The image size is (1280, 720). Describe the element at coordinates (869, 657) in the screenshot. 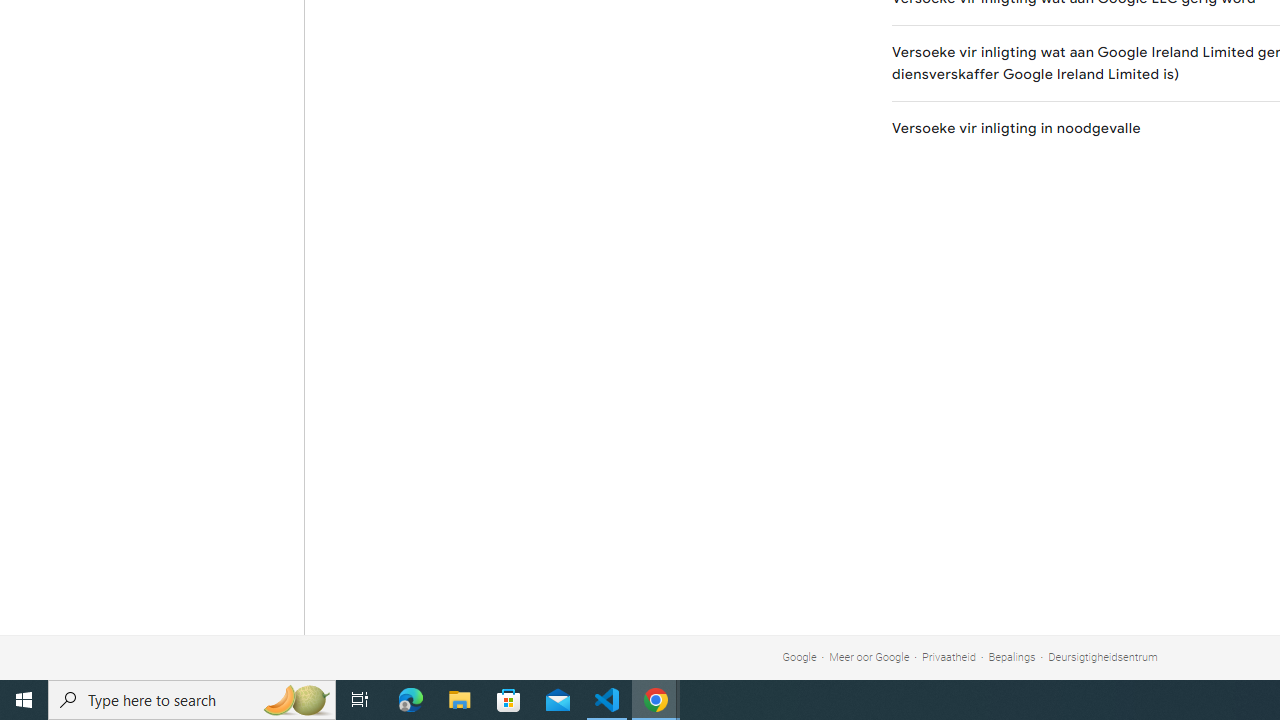

I see `'Meer oor Google'` at that location.